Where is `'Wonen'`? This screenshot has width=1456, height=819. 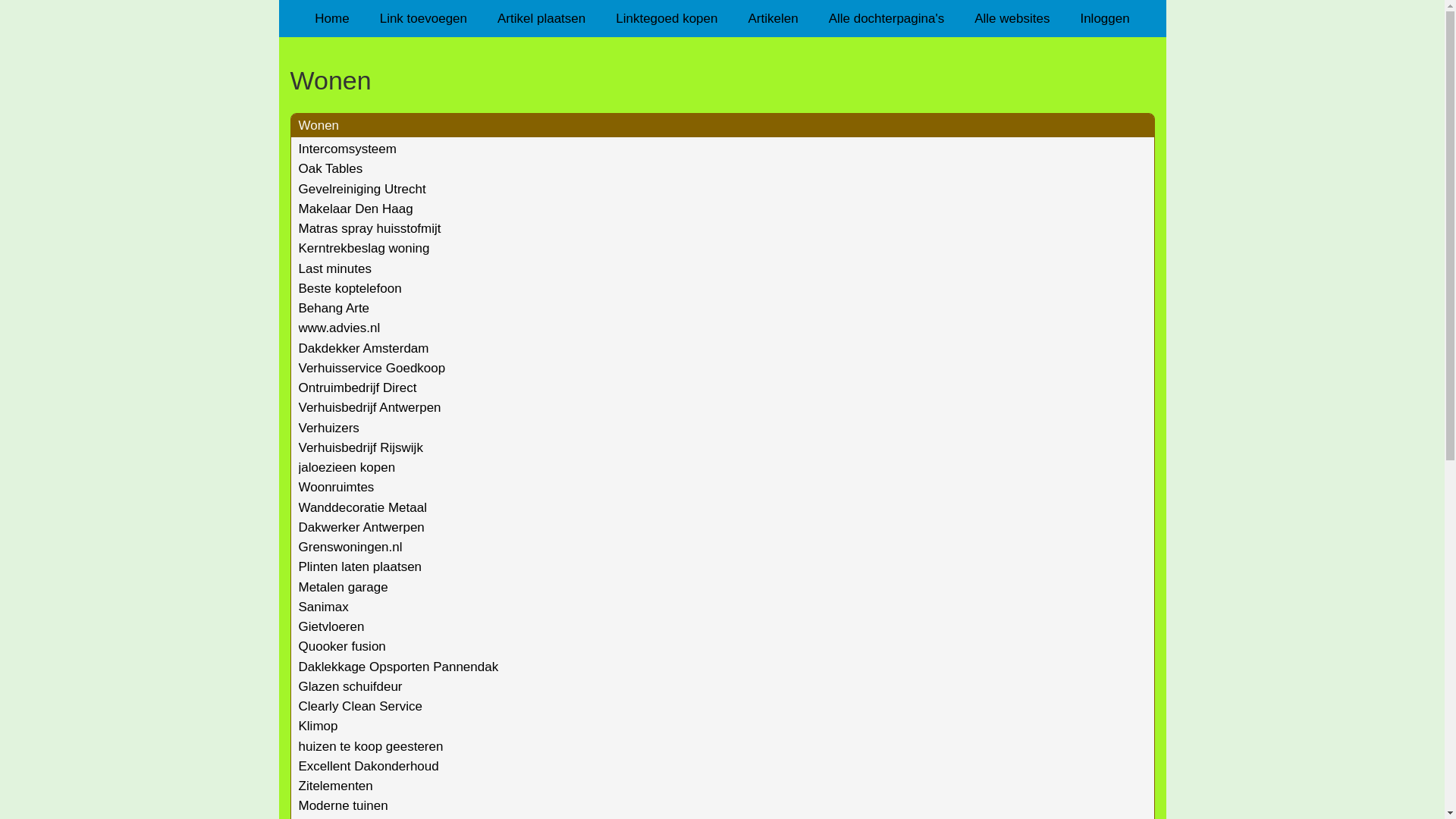 'Wonen' is located at coordinates (318, 124).